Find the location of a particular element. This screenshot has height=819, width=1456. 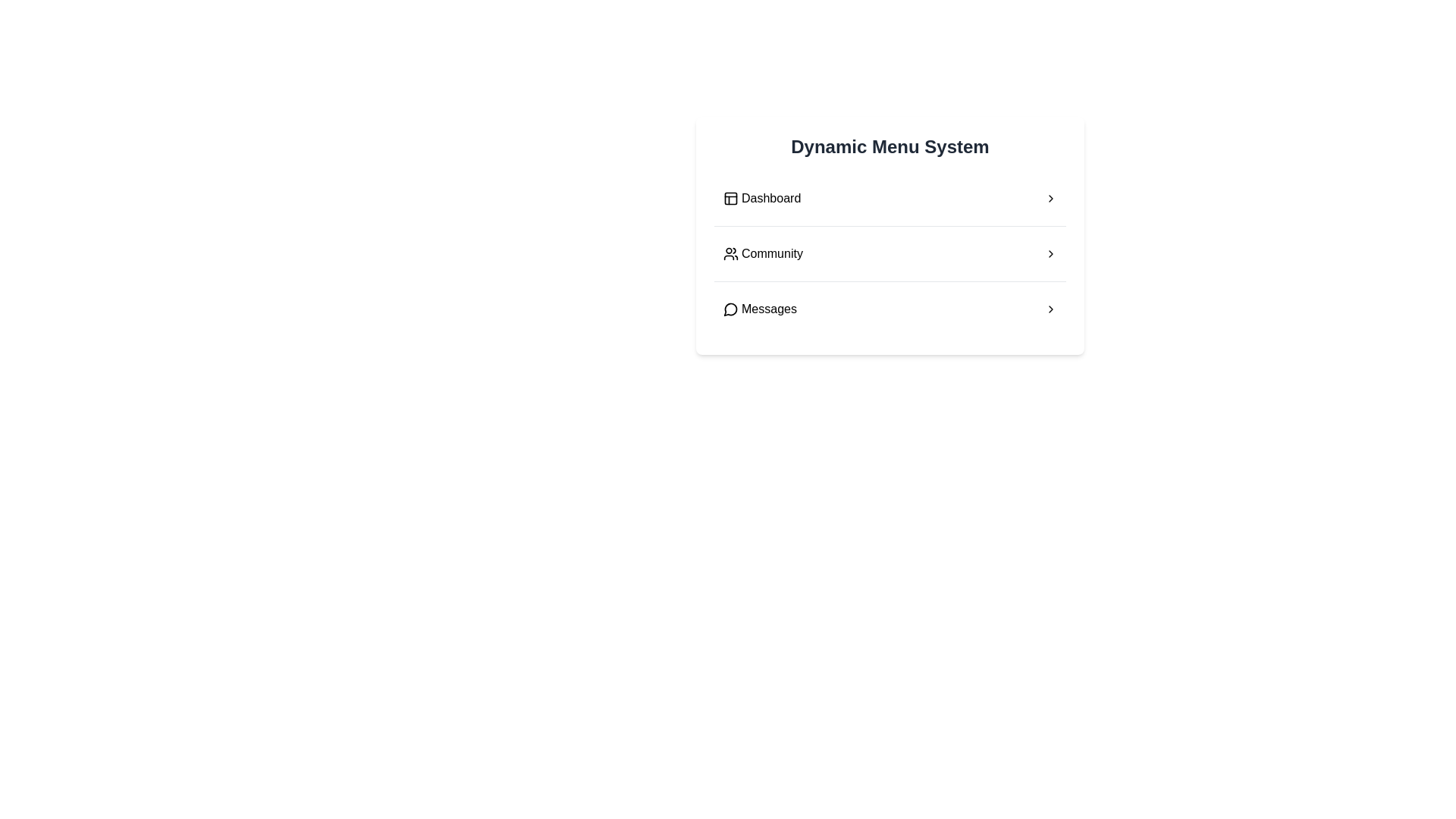

the Chevron icon on the right edge of the 'Dashboard' row is located at coordinates (1050, 198).